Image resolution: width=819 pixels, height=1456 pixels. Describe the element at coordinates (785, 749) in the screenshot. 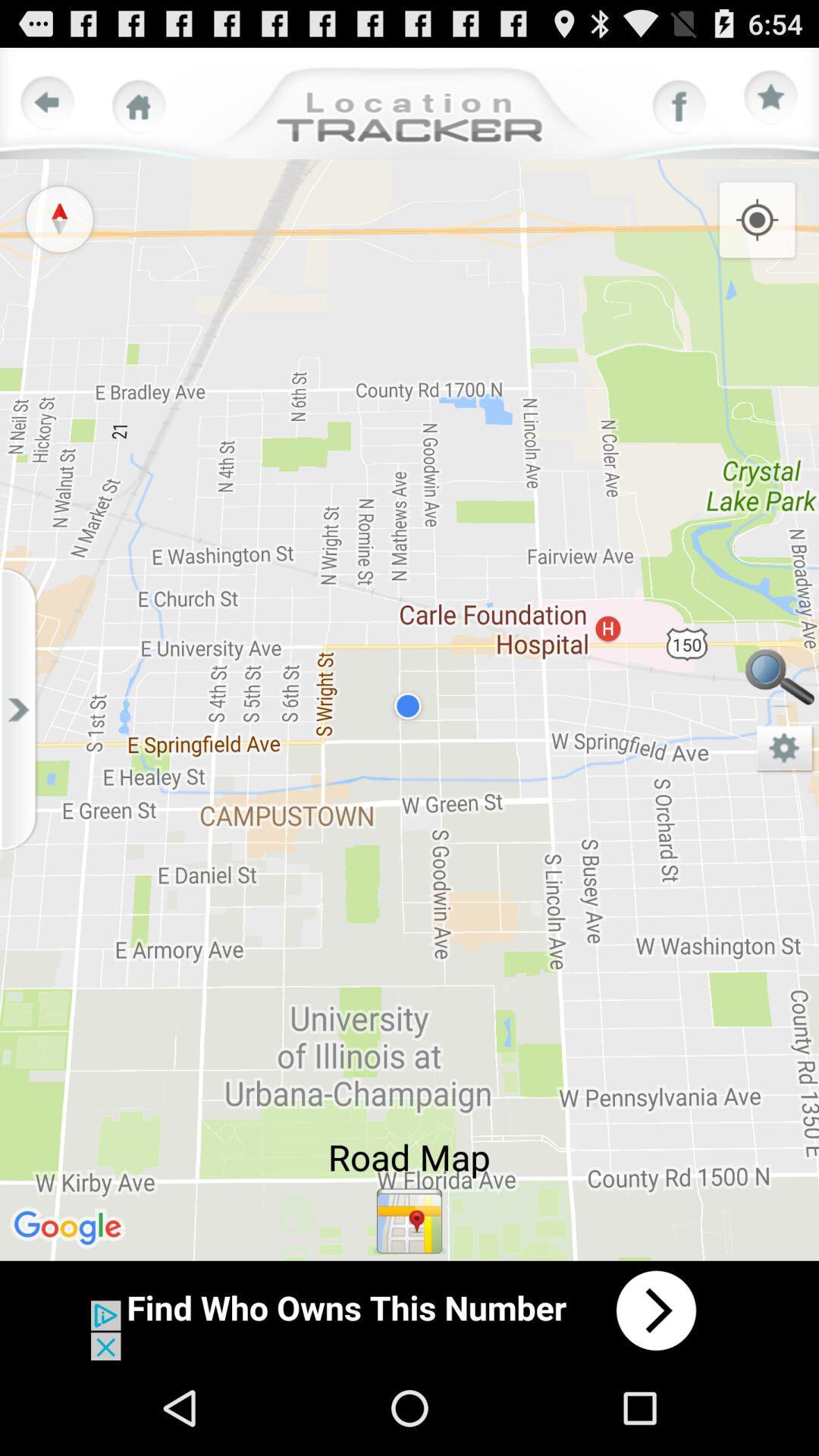

I see `setting in privacy` at that location.